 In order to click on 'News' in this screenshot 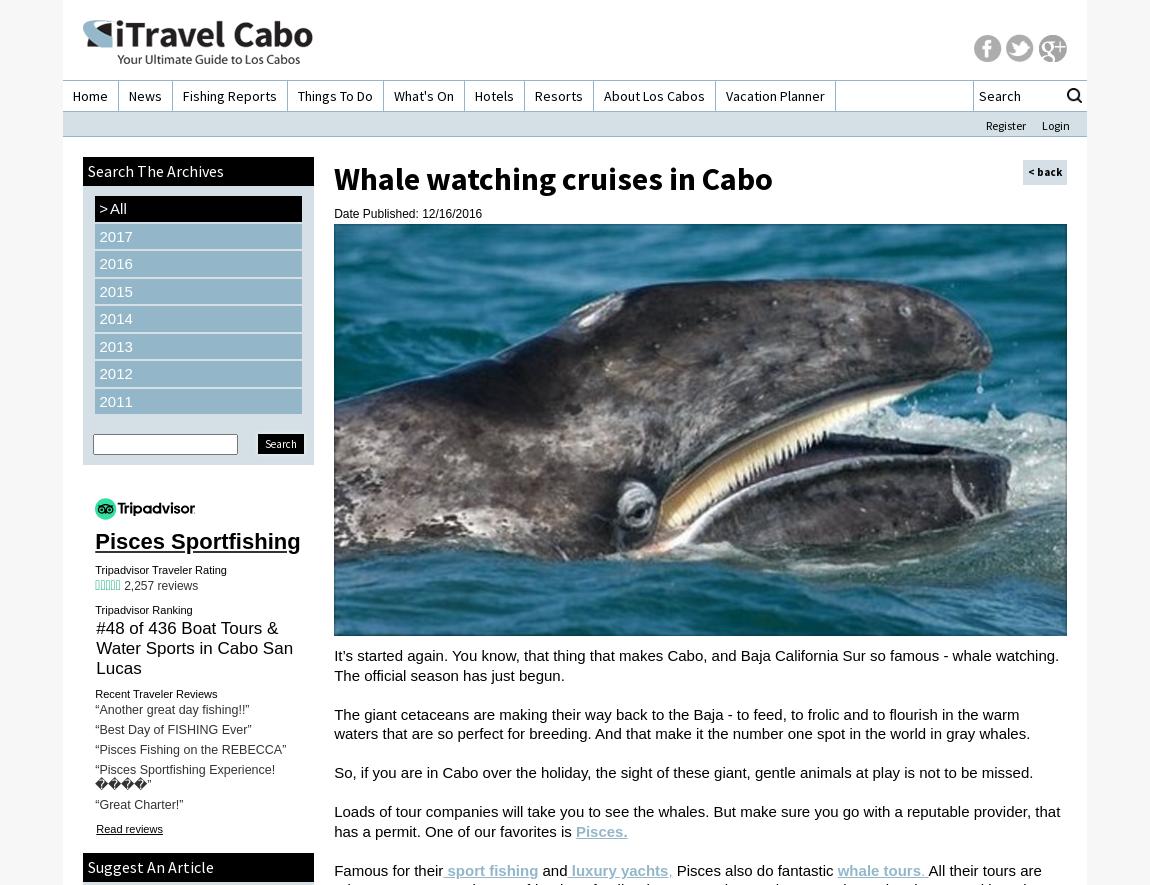, I will do `click(144, 96)`.